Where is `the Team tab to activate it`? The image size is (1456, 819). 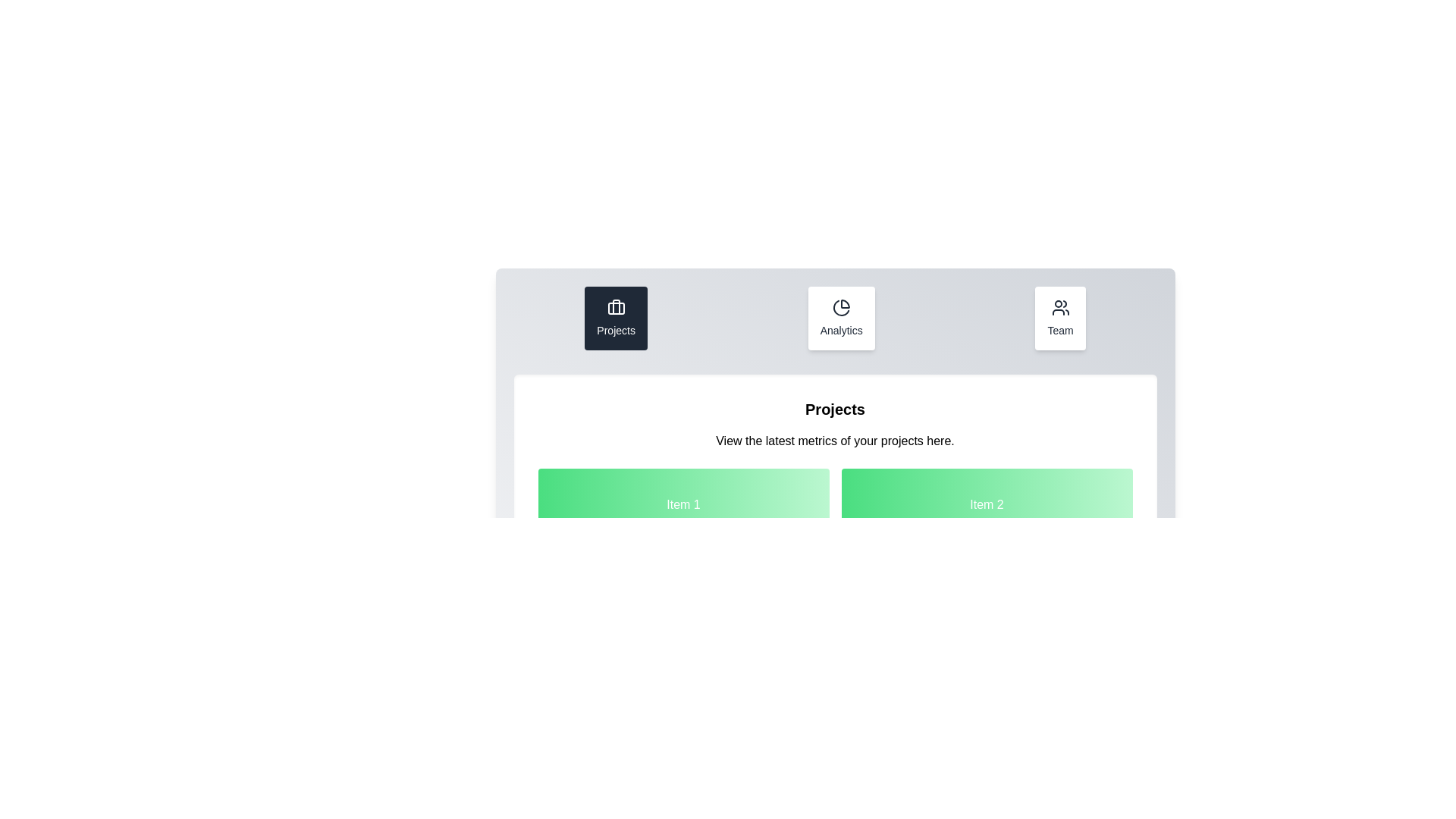 the Team tab to activate it is located at coordinates (1059, 318).